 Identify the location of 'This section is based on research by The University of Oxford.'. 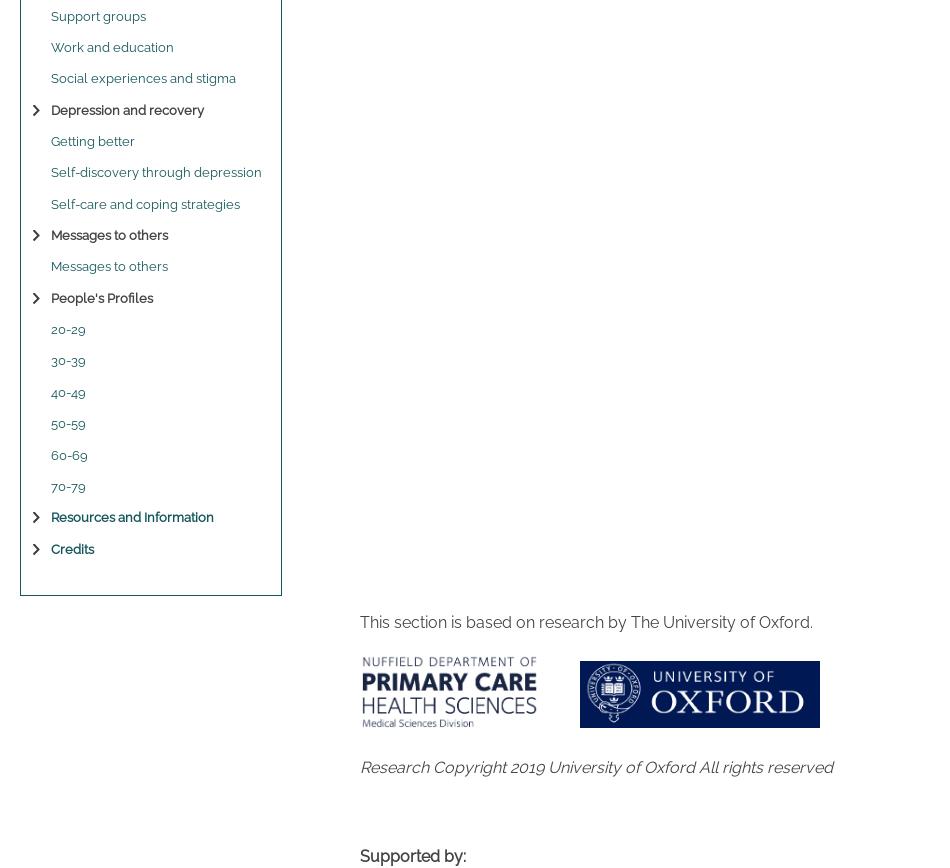
(586, 622).